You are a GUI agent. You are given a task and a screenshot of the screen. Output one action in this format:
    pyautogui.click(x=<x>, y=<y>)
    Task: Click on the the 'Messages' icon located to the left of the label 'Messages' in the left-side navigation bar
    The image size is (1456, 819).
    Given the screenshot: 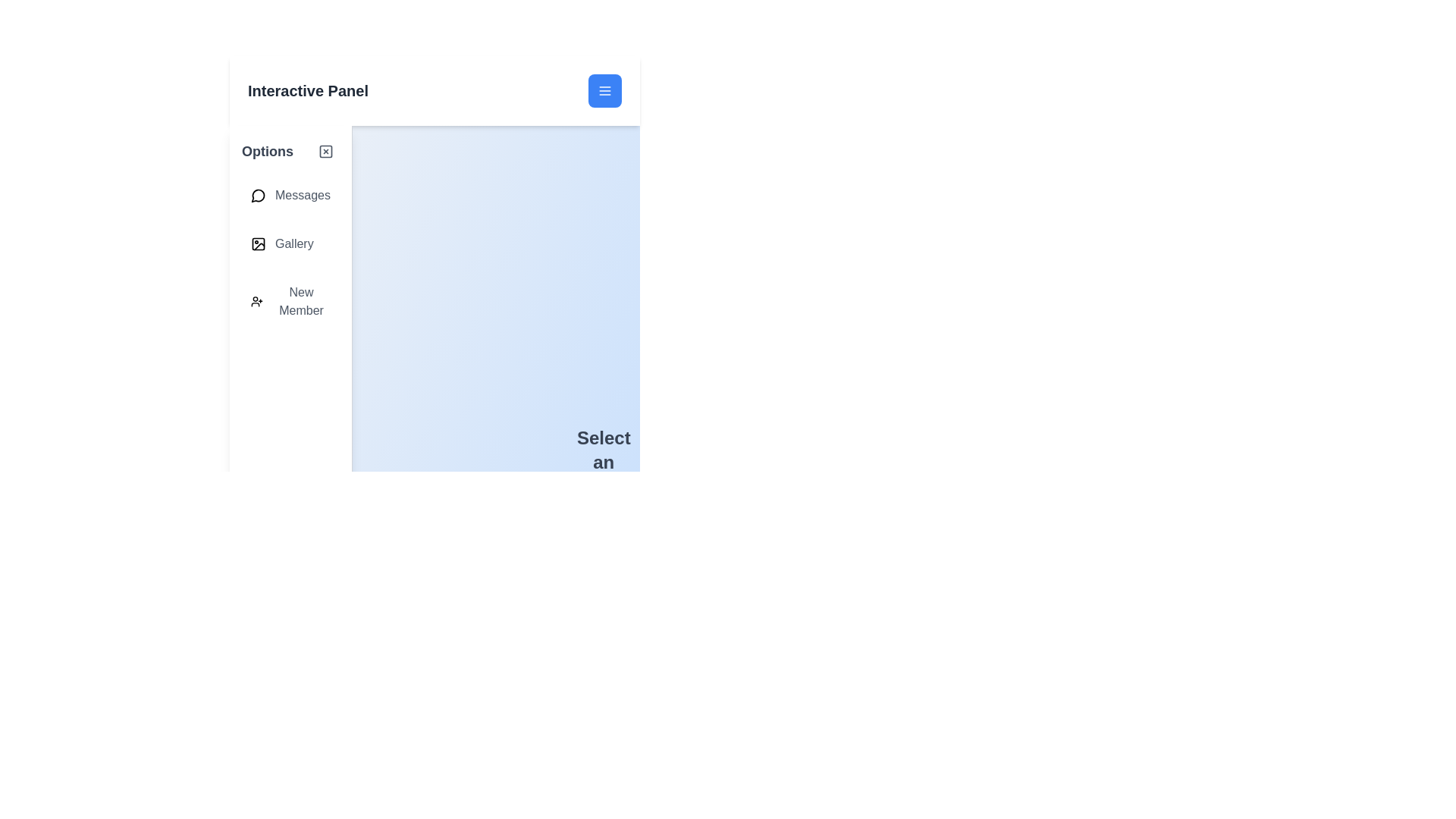 What is the action you would take?
    pyautogui.click(x=258, y=195)
    